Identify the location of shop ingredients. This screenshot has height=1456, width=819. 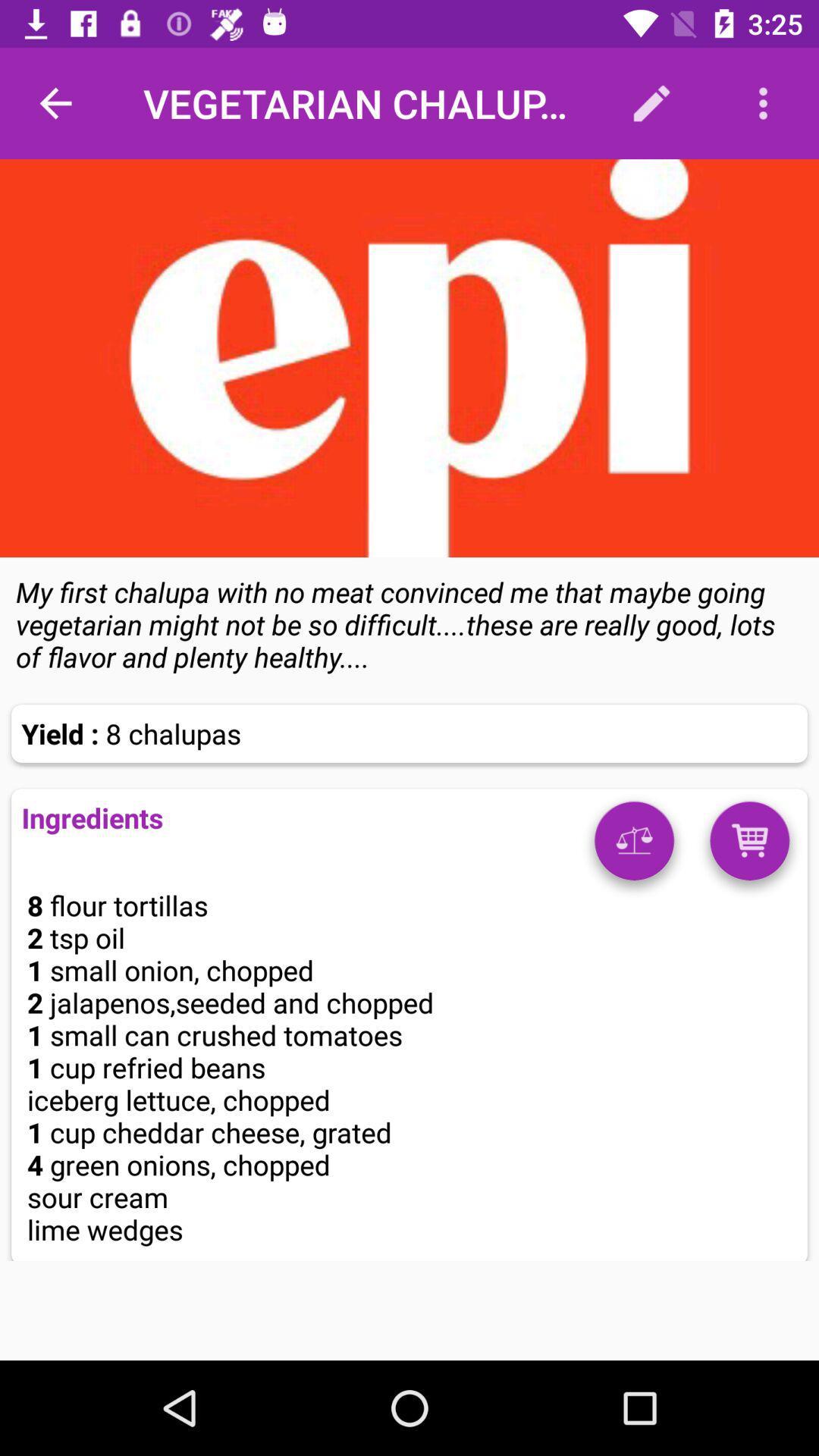
(748, 846).